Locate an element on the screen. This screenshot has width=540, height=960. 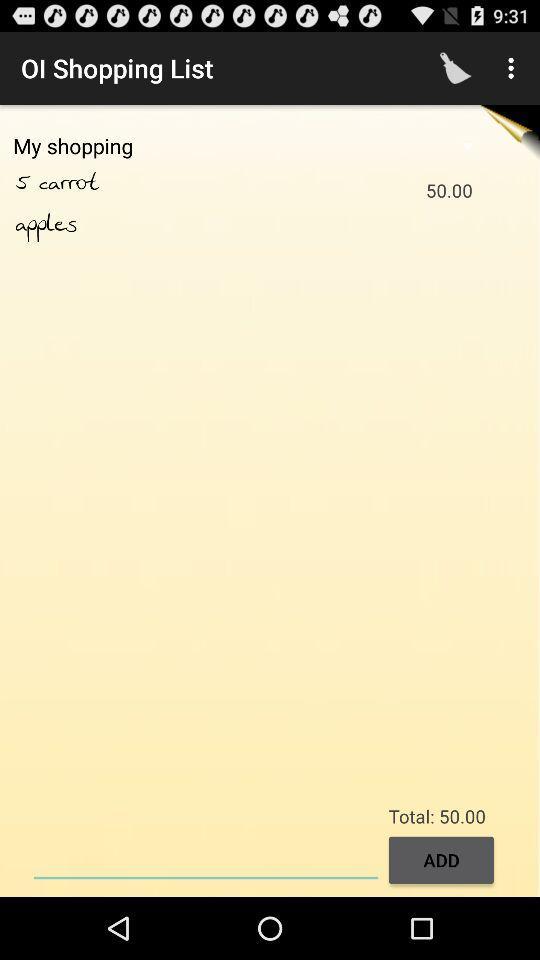
the icon to the left of add item is located at coordinates (205, 857).